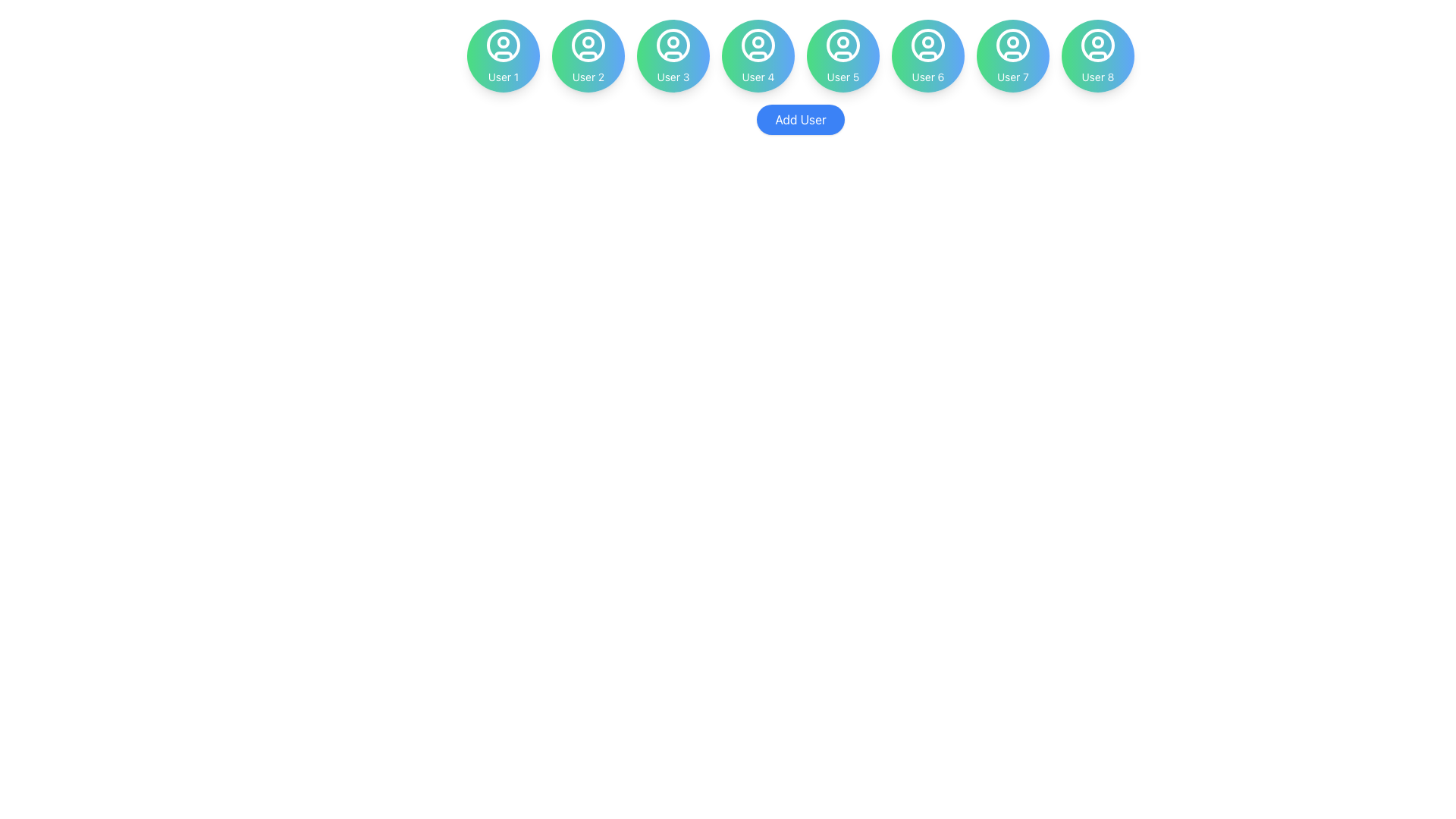  What do you see at coordinates (843, 45) in the screenshot?
I see `the circular user icon with a centered white circle on a gradient background of green and blue hues, located in the fifth position from the left in a horizontal row of user icons` at bounding box center [843, 45].